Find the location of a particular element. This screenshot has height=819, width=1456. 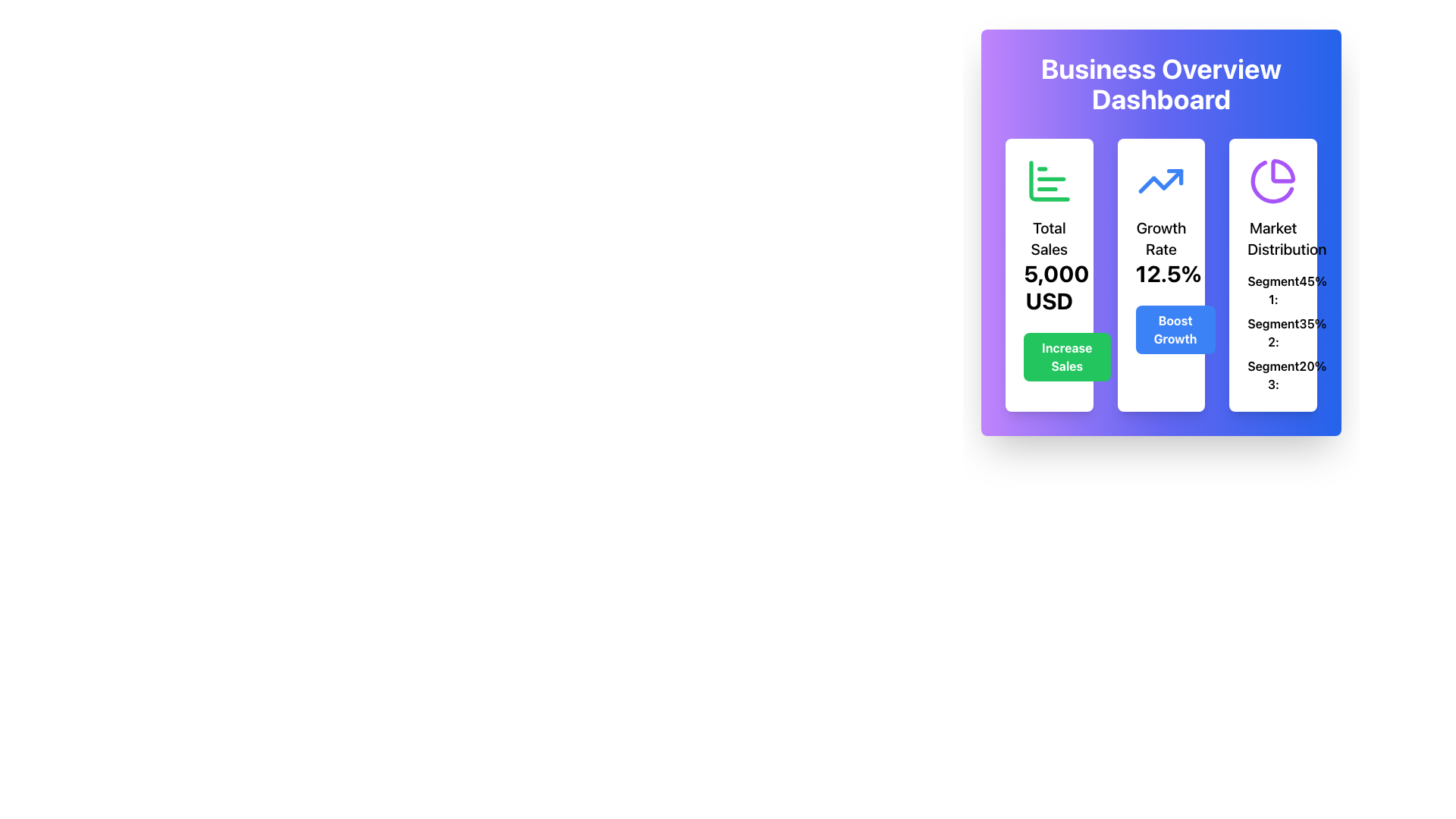

the green rectangular button labeled 'Increase Sales' located at the bottom of the leftmost section, directly below 'Total Sales' and '5,000 USD' is located at coordinates (1066, 356).